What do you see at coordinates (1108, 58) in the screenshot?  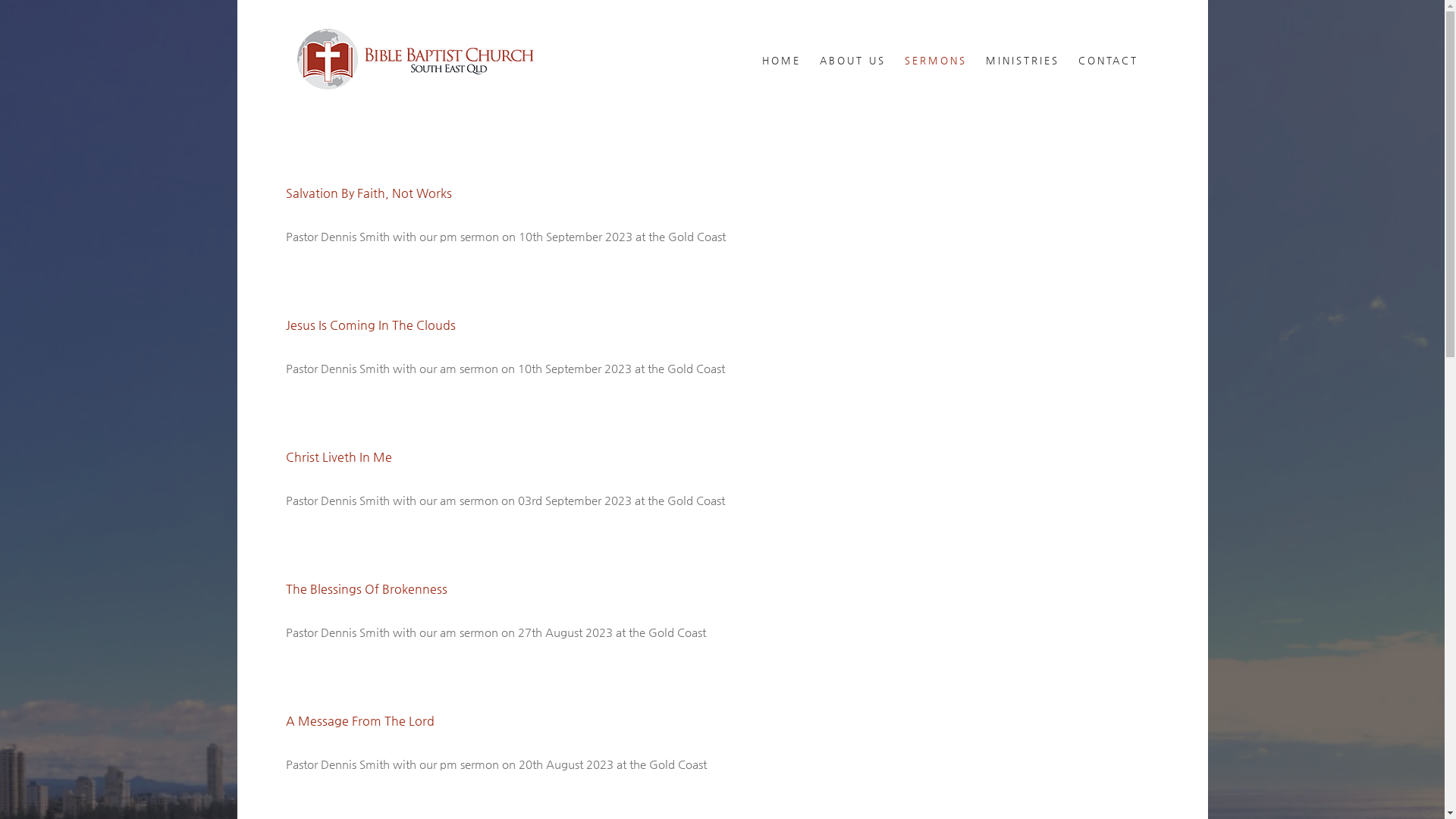 I see `'CONTACT'` at bounding box center [1108, 58].